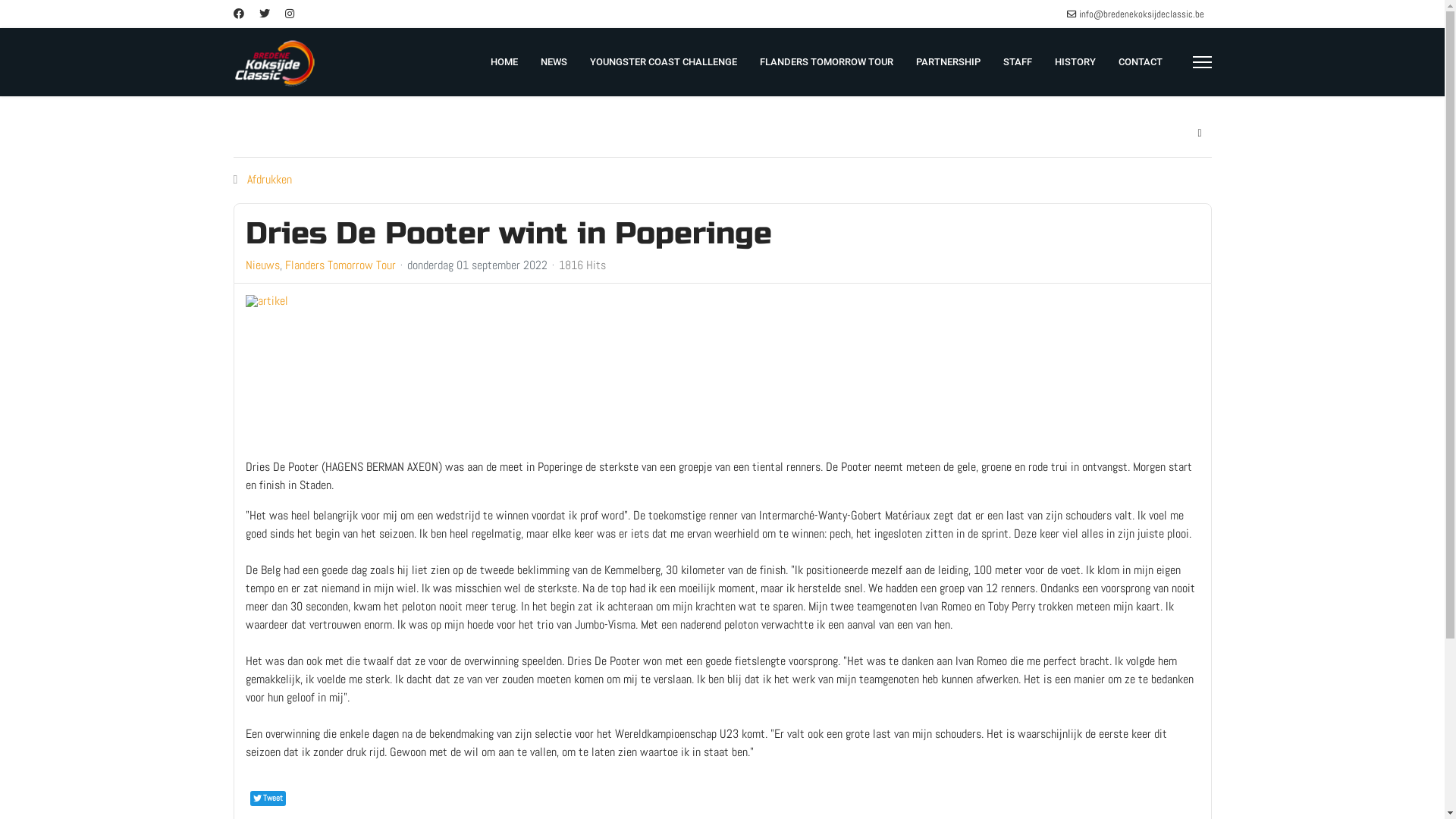 This screenshot has height=819, width=1456. Describe the element at coordinates (1074, 61) in the screenshot. I see `'HISTORY'` at that location.